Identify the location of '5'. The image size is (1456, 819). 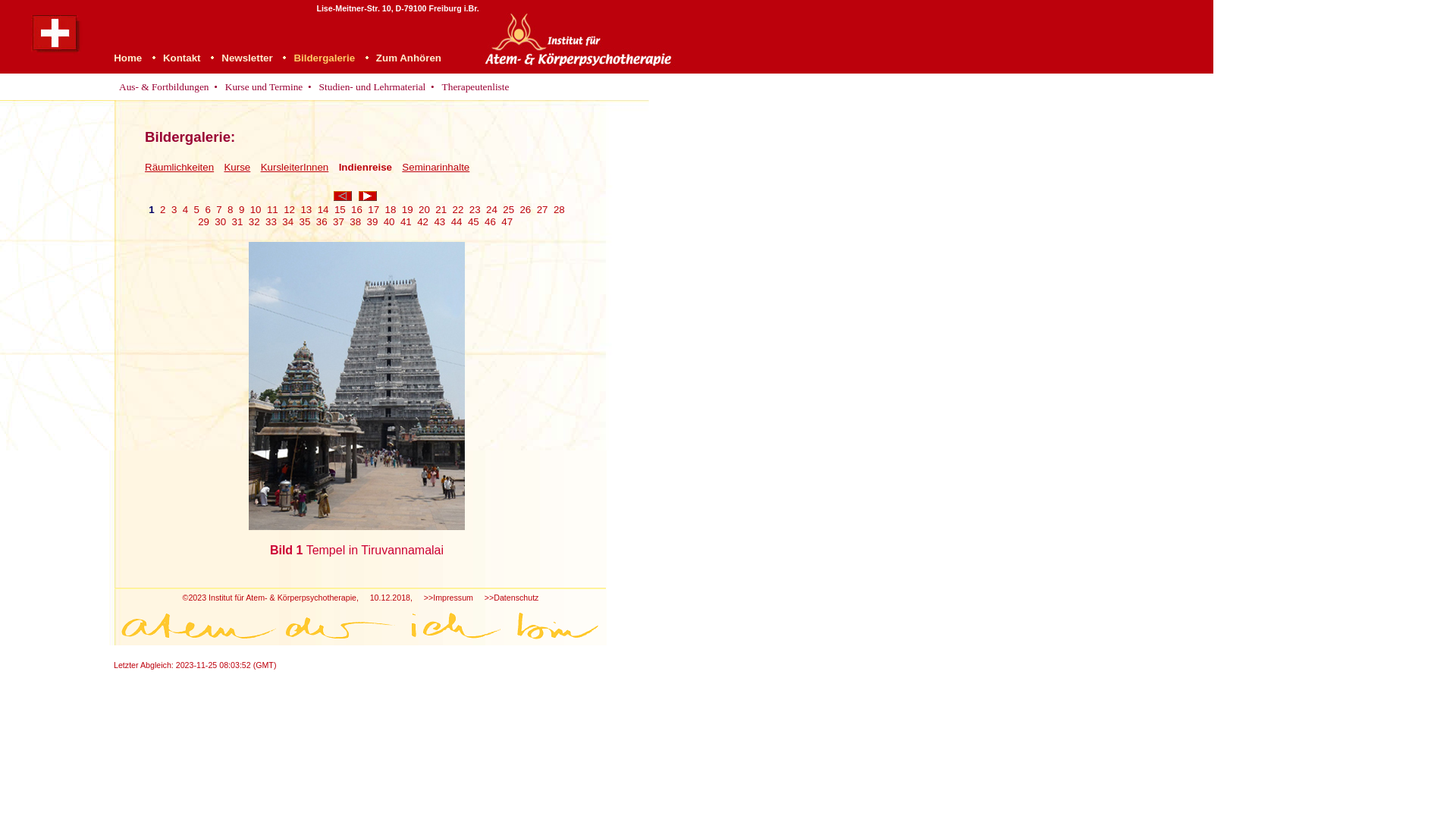
(196, 209).